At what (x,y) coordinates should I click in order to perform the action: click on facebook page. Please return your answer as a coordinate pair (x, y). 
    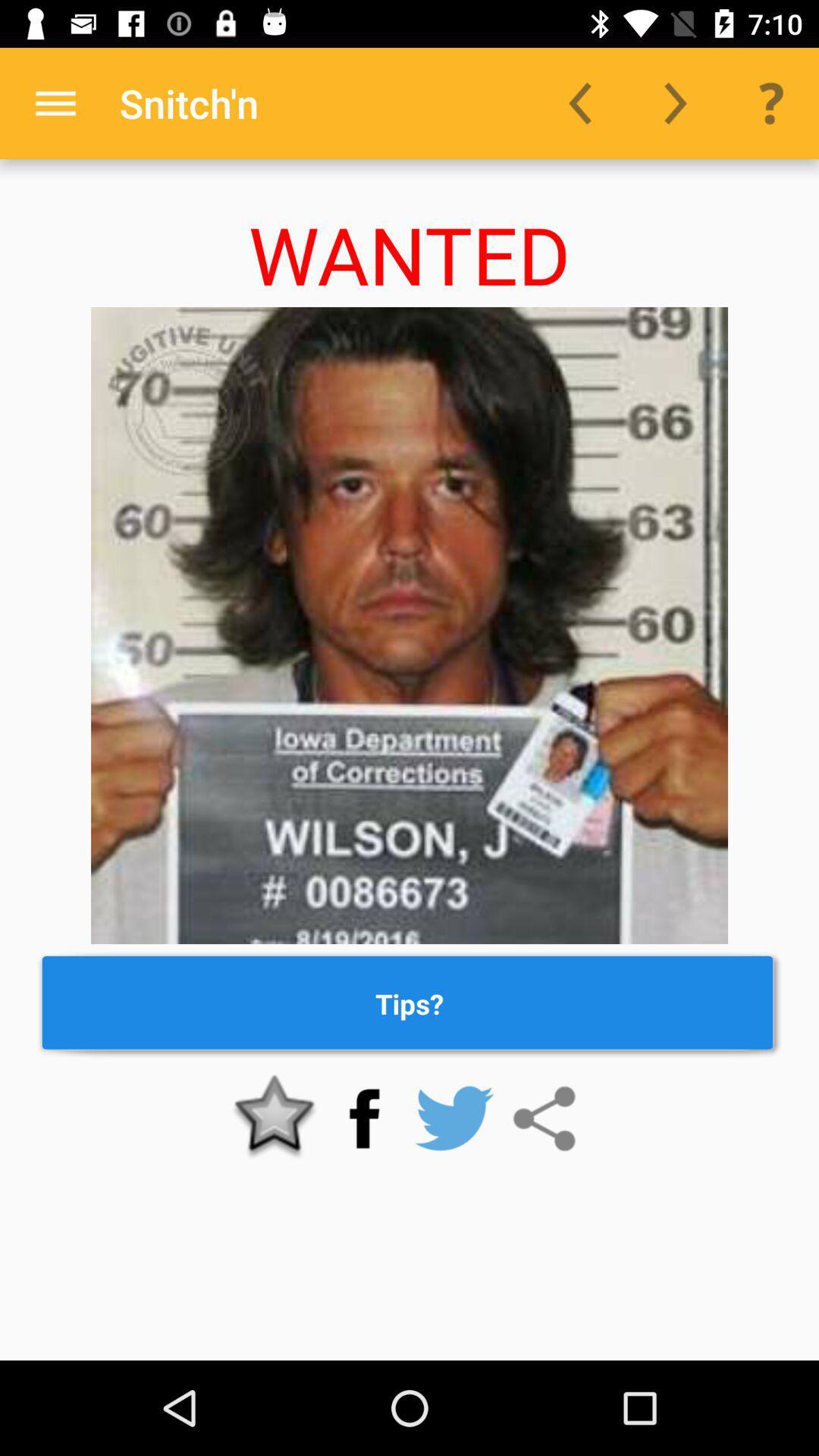
    Looking at the image, I should click on (364, 1119).